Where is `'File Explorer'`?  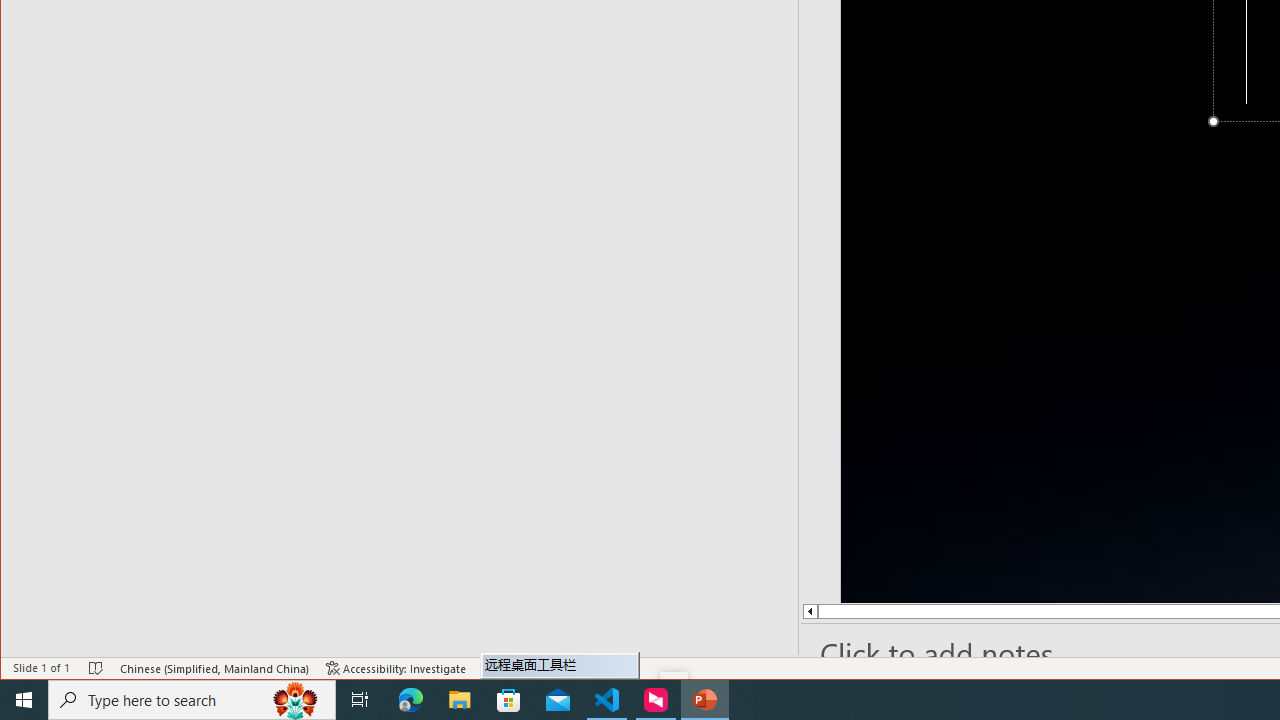
'File Explorer' is located at coordinates (459, 698).